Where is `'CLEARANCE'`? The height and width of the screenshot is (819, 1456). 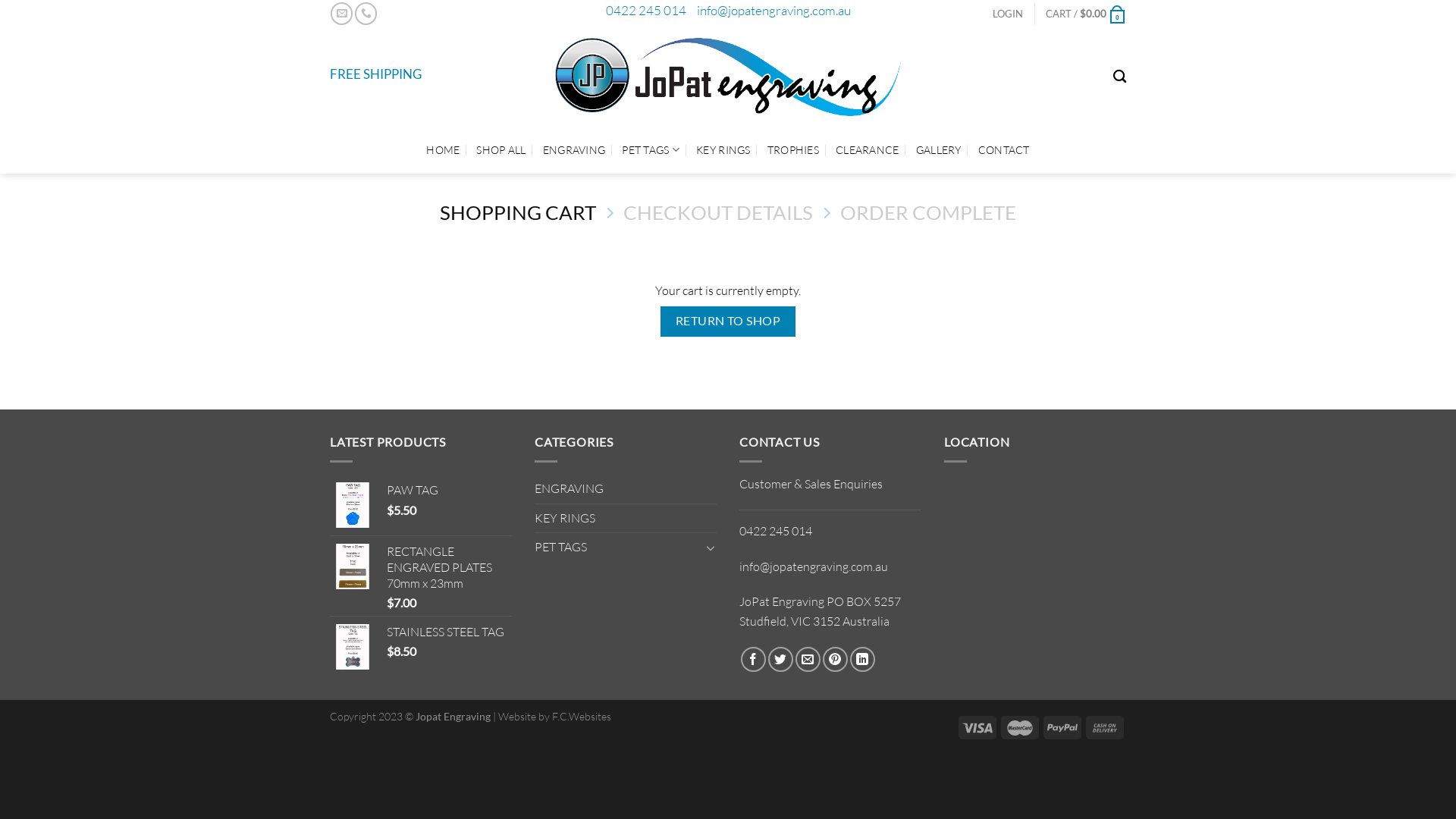 'CLEARANCE' is located at coordinates (867, 149).